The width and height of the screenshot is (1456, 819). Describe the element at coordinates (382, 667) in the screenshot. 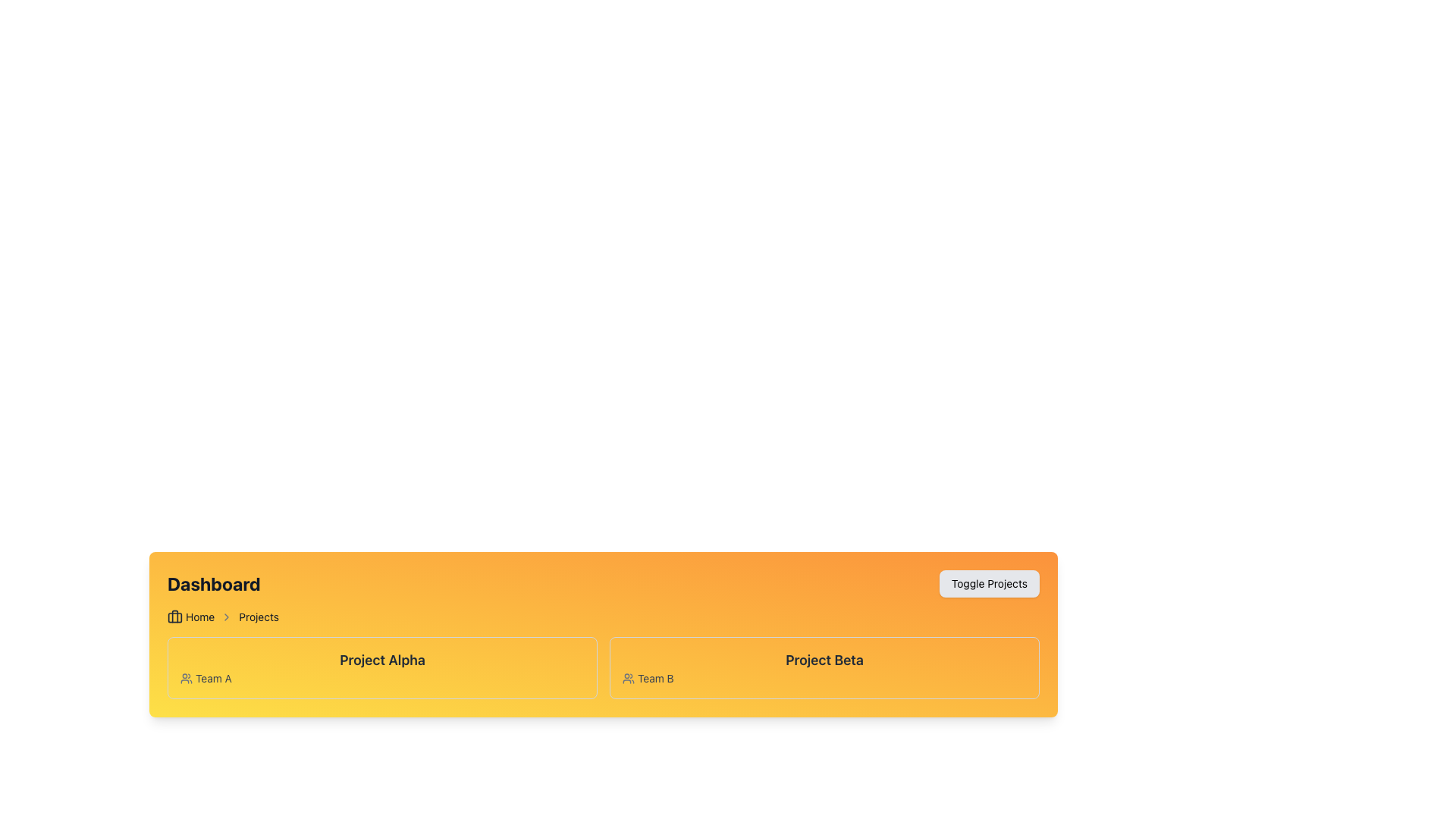

I see `the first project team card in the grid layout` at that location.